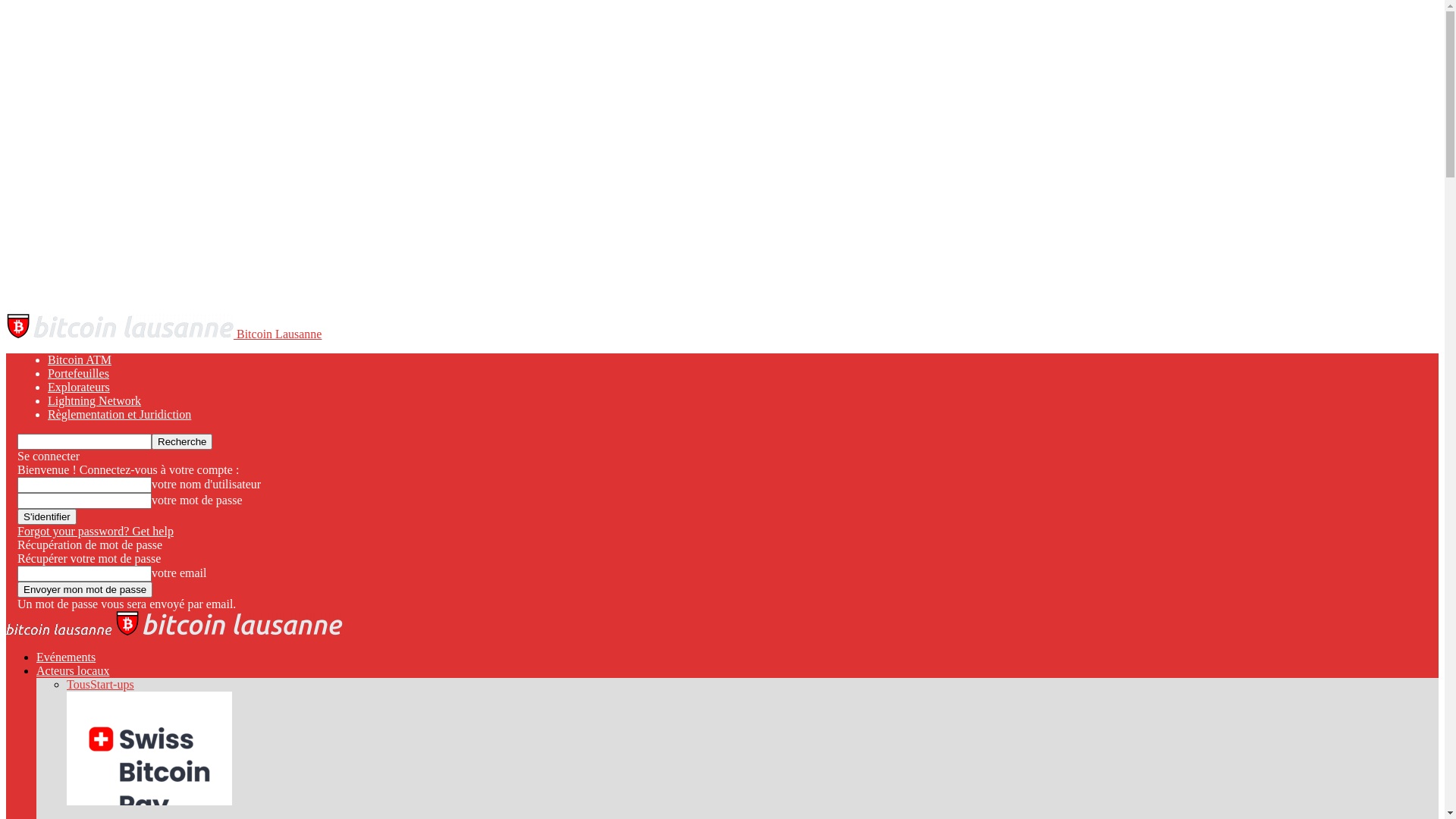 The image size is (1456, 819). What do you see at coordinates (111, 684) in the screenshot?
I see `'Start-ups'` at bounding box center [111, 684].